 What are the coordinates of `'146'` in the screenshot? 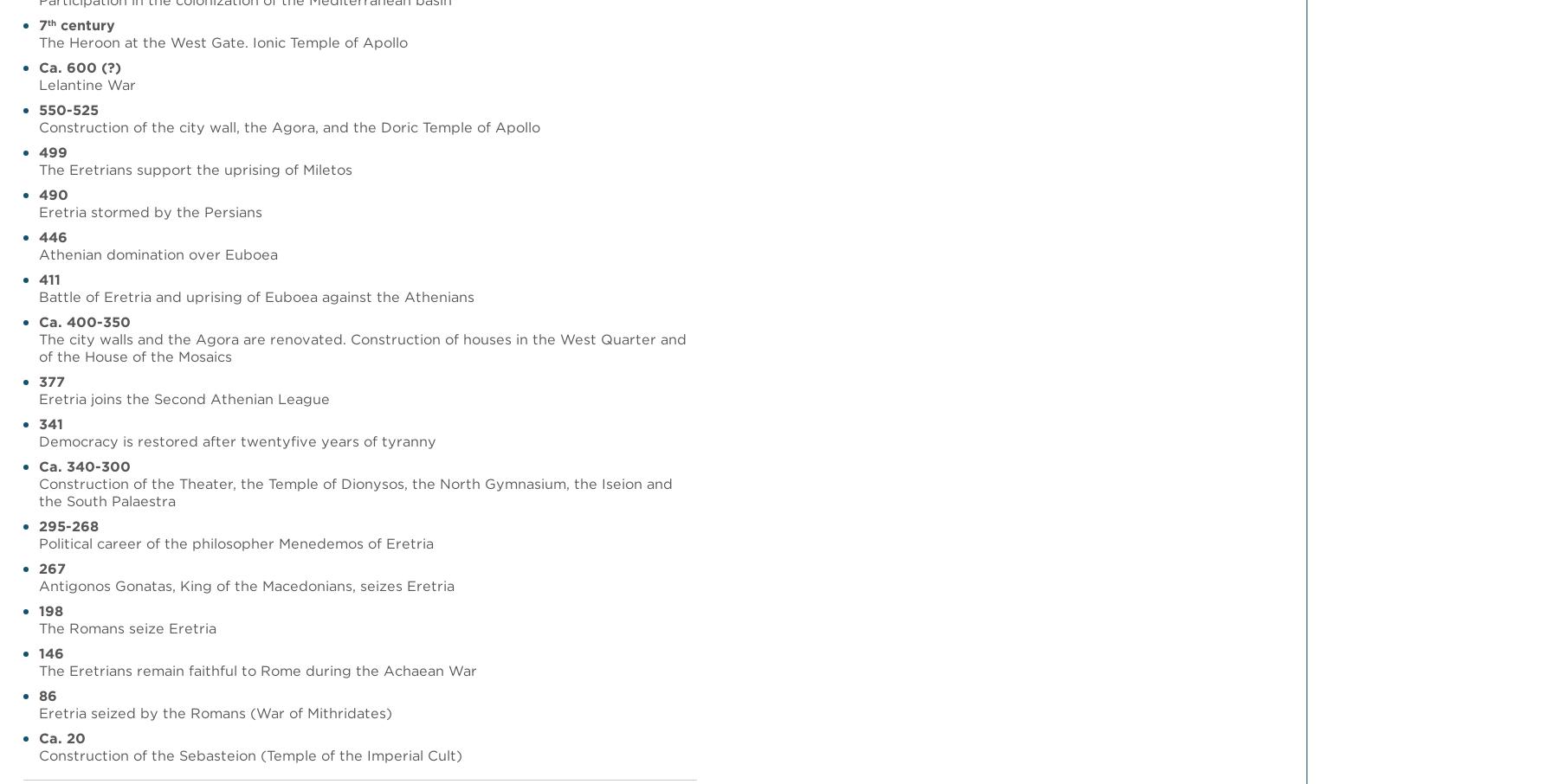 It's located at (50, 652).